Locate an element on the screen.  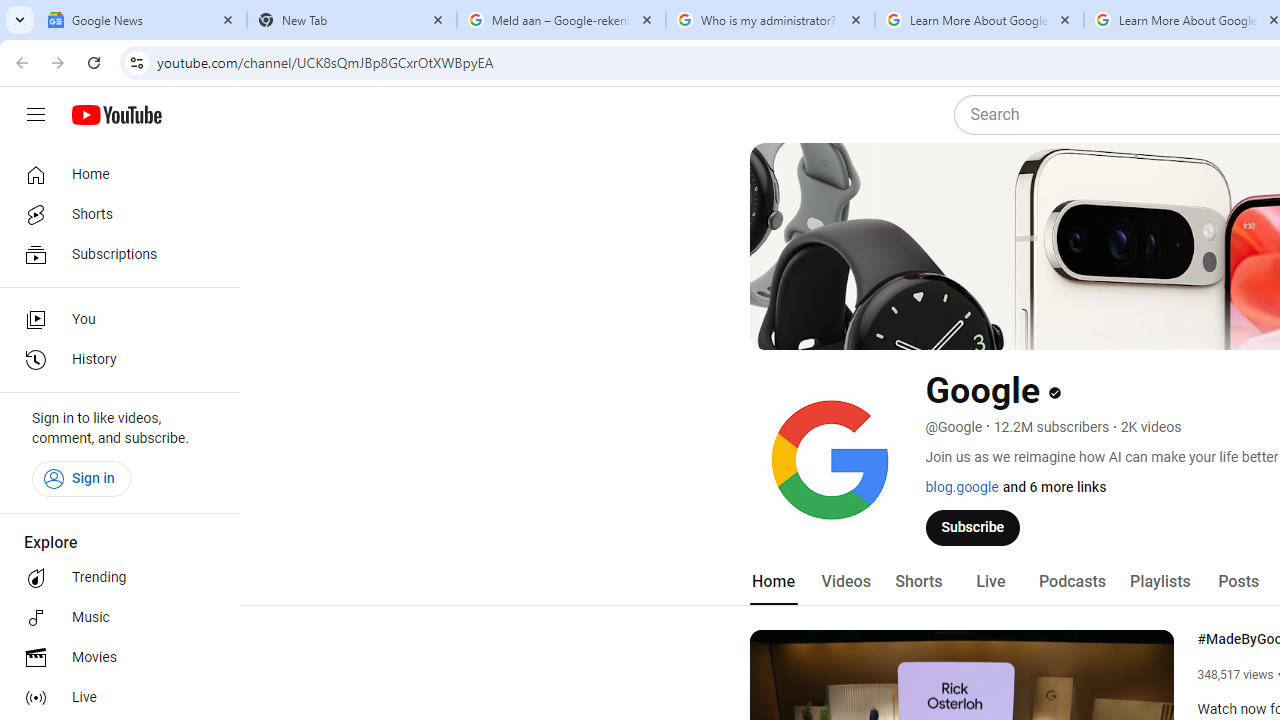
'Playlists' is located at coordinates (1160, 581).